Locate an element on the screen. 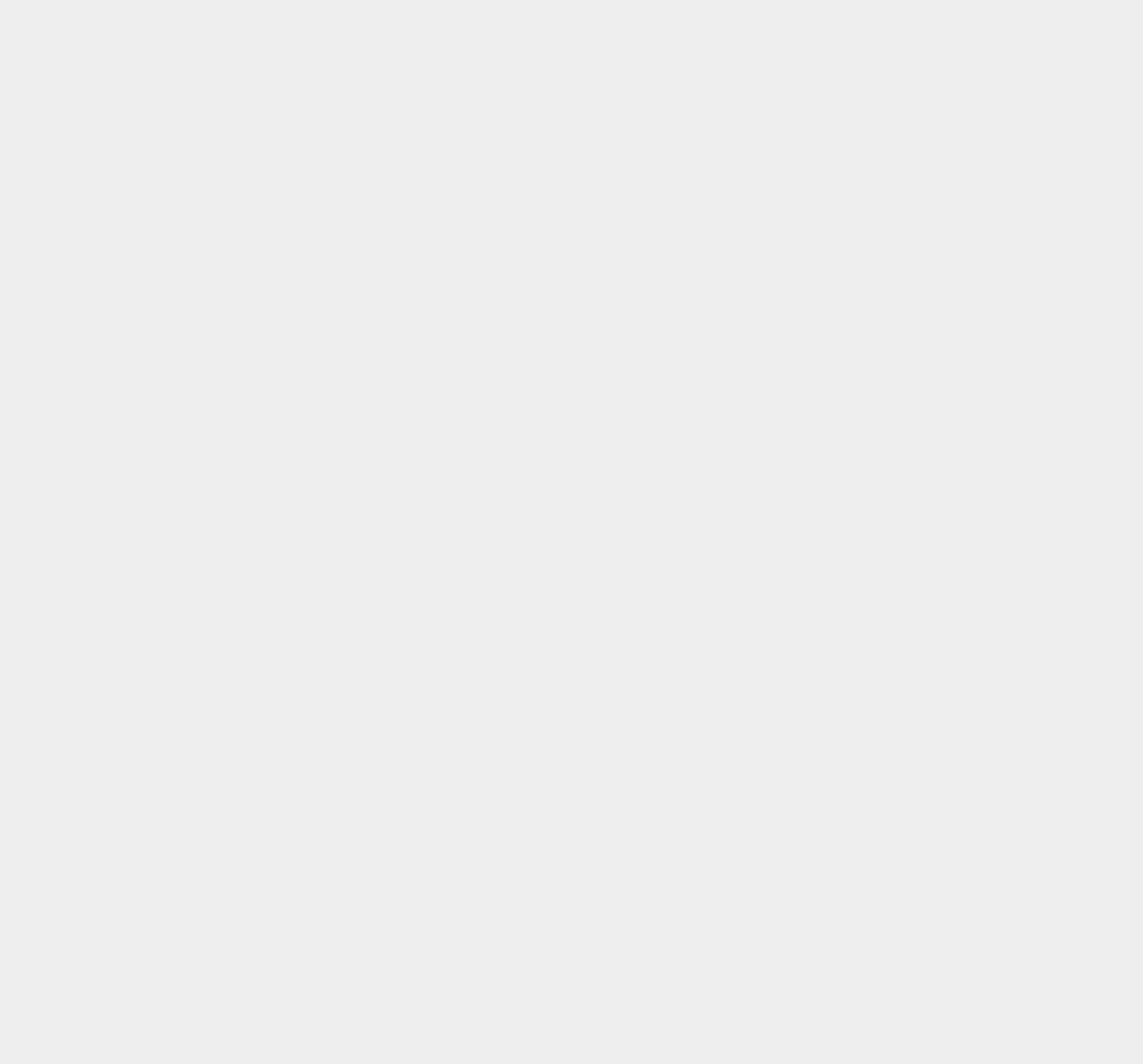  'Privacy' is located at coordinates (830, 961).